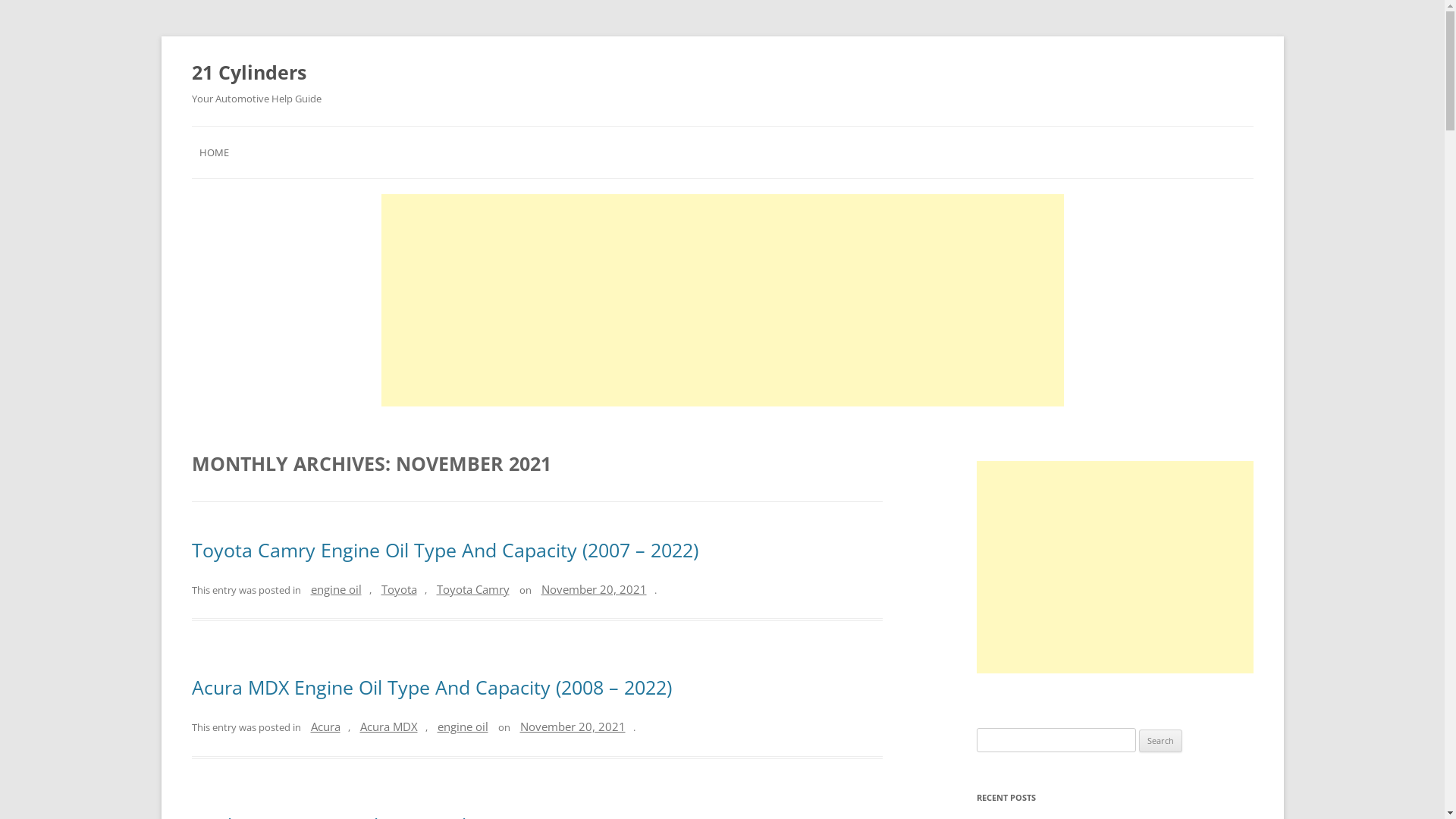  What do you see at coordinates (472, 588) in the screenshot?
I see `'Toyota Camry'` at bounding box center [472, 588].